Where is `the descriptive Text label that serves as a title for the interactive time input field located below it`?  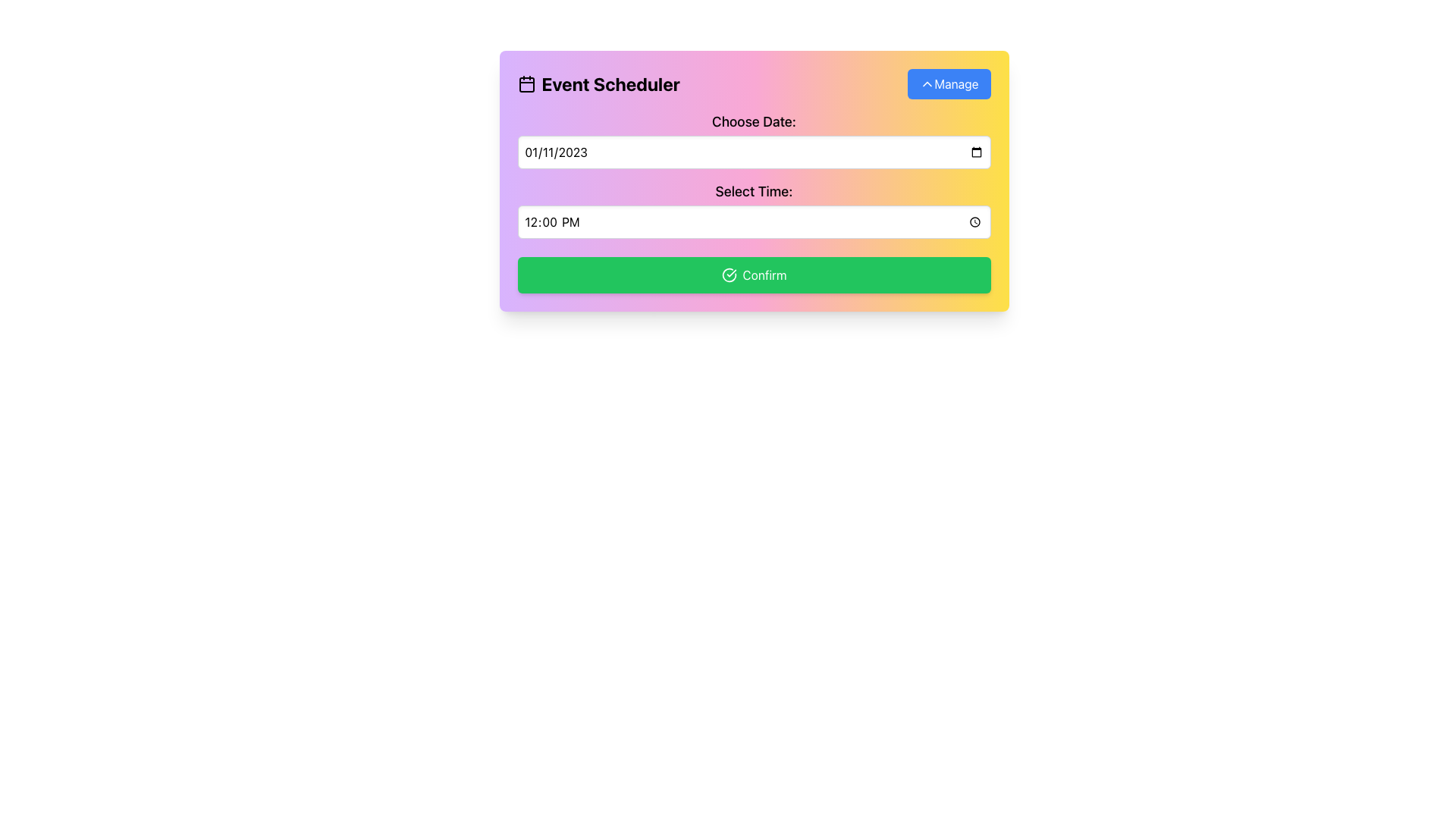 the descriptive Text label that serves as a title for the interactive time input field located below it is located at coordinates (754, 191).